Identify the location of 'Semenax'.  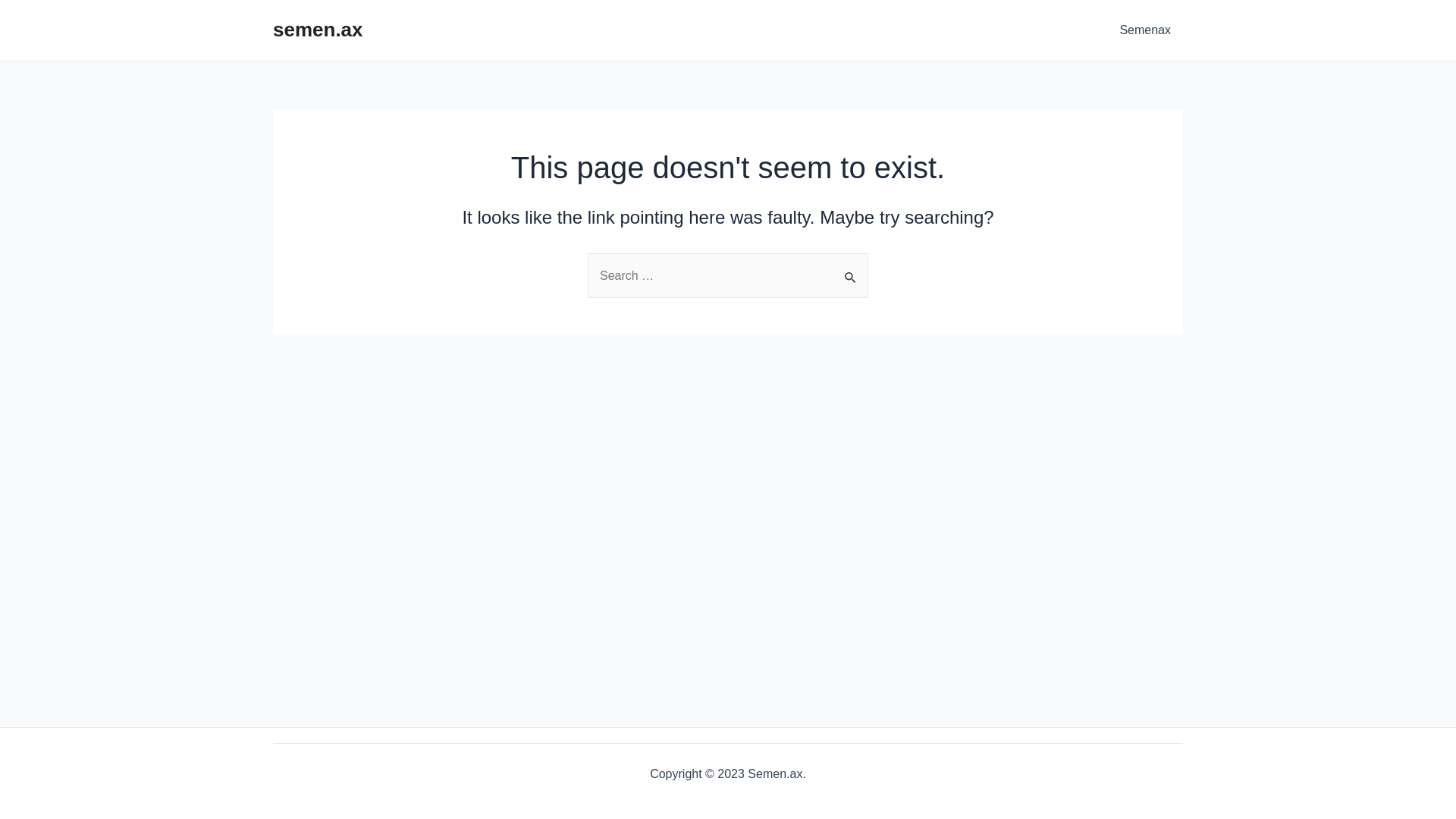
(1145, 30).